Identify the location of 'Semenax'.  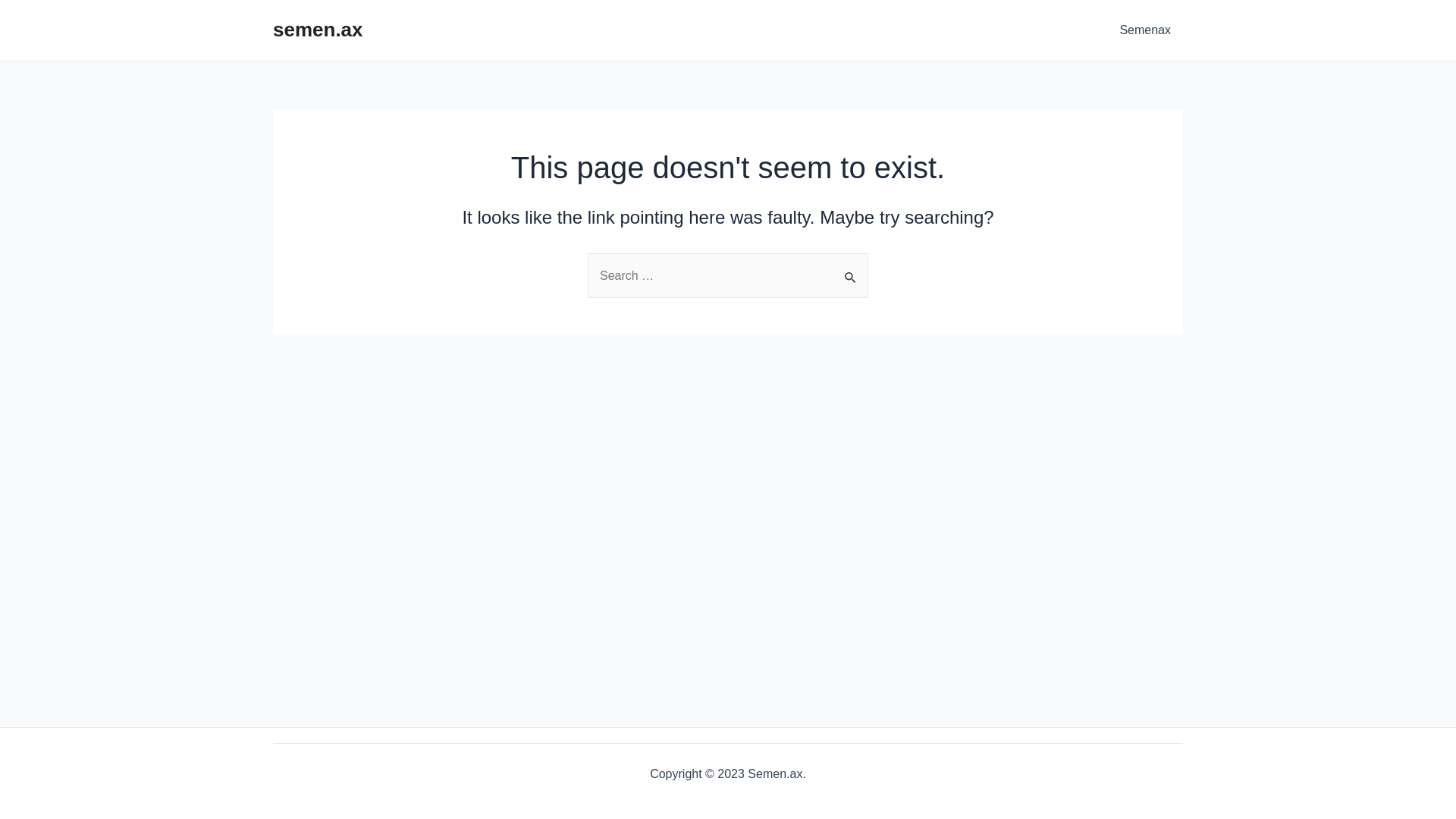
(1145, 30).